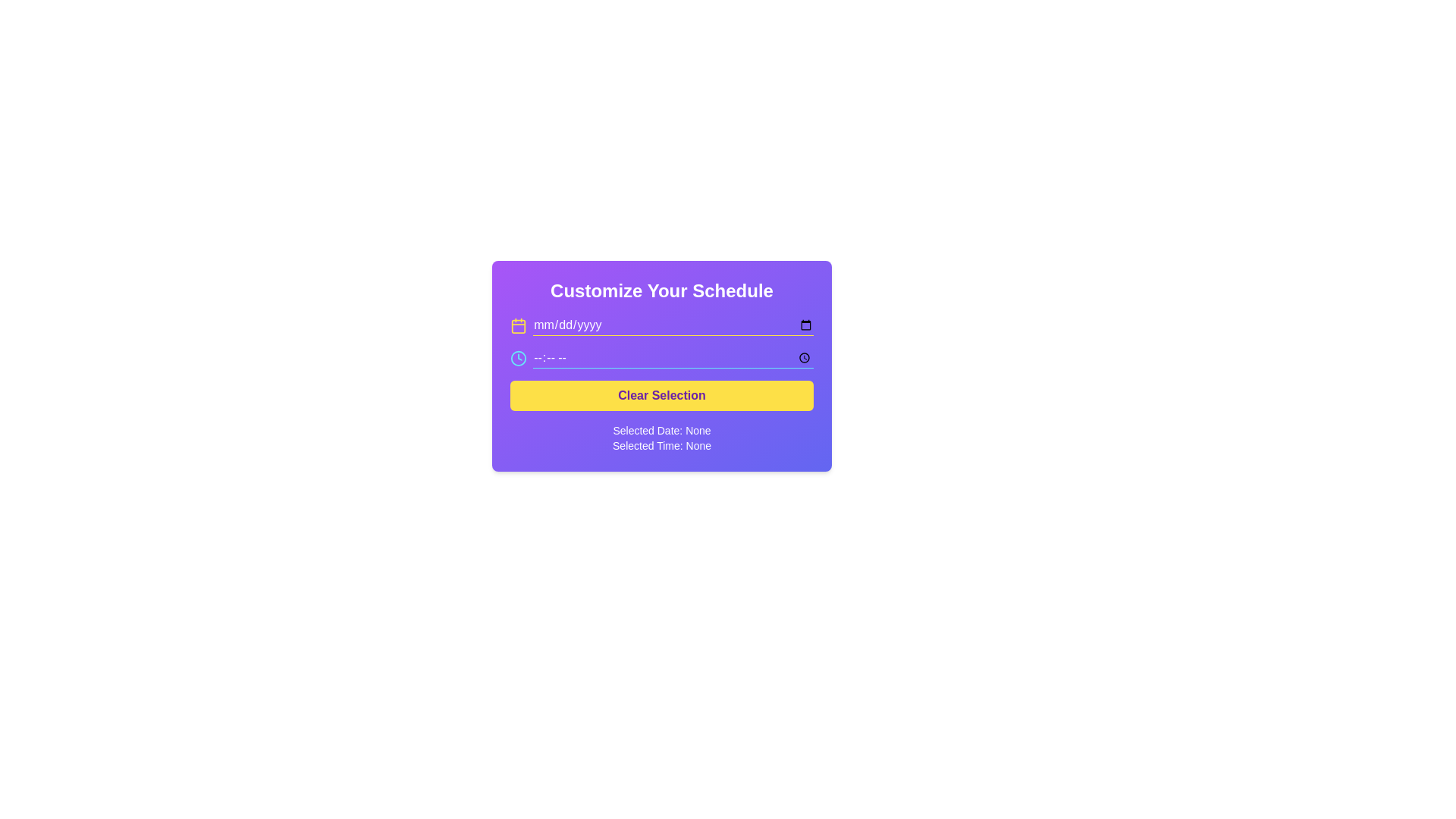  I want to click on the circular outline element located in the center of the clock icon next to the time selection input field, so click(519, 358).